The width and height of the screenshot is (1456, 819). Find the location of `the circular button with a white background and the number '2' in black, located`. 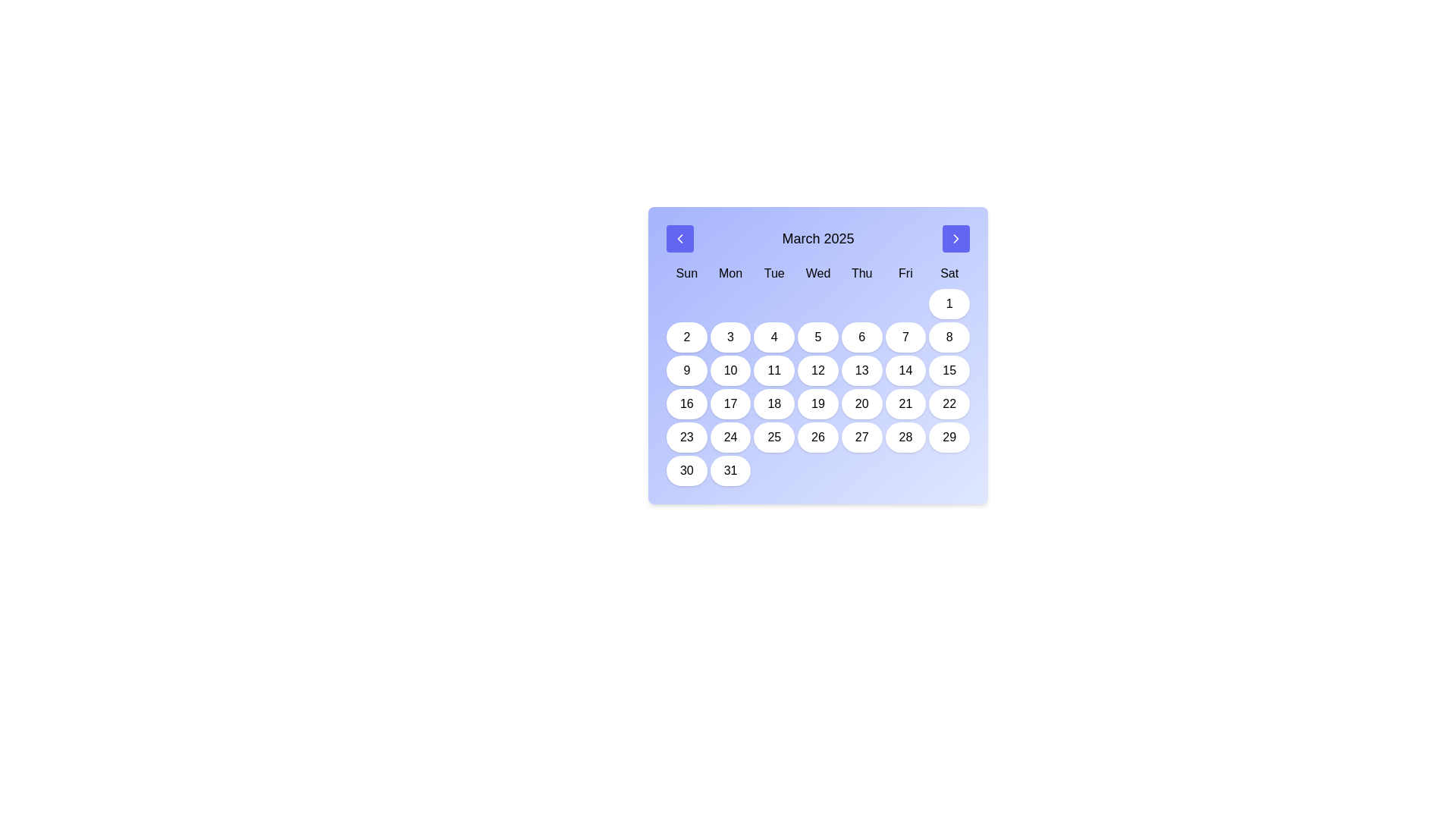

the circular button with a white background and the number '2' in black, located is located at coordinates (686, 336).